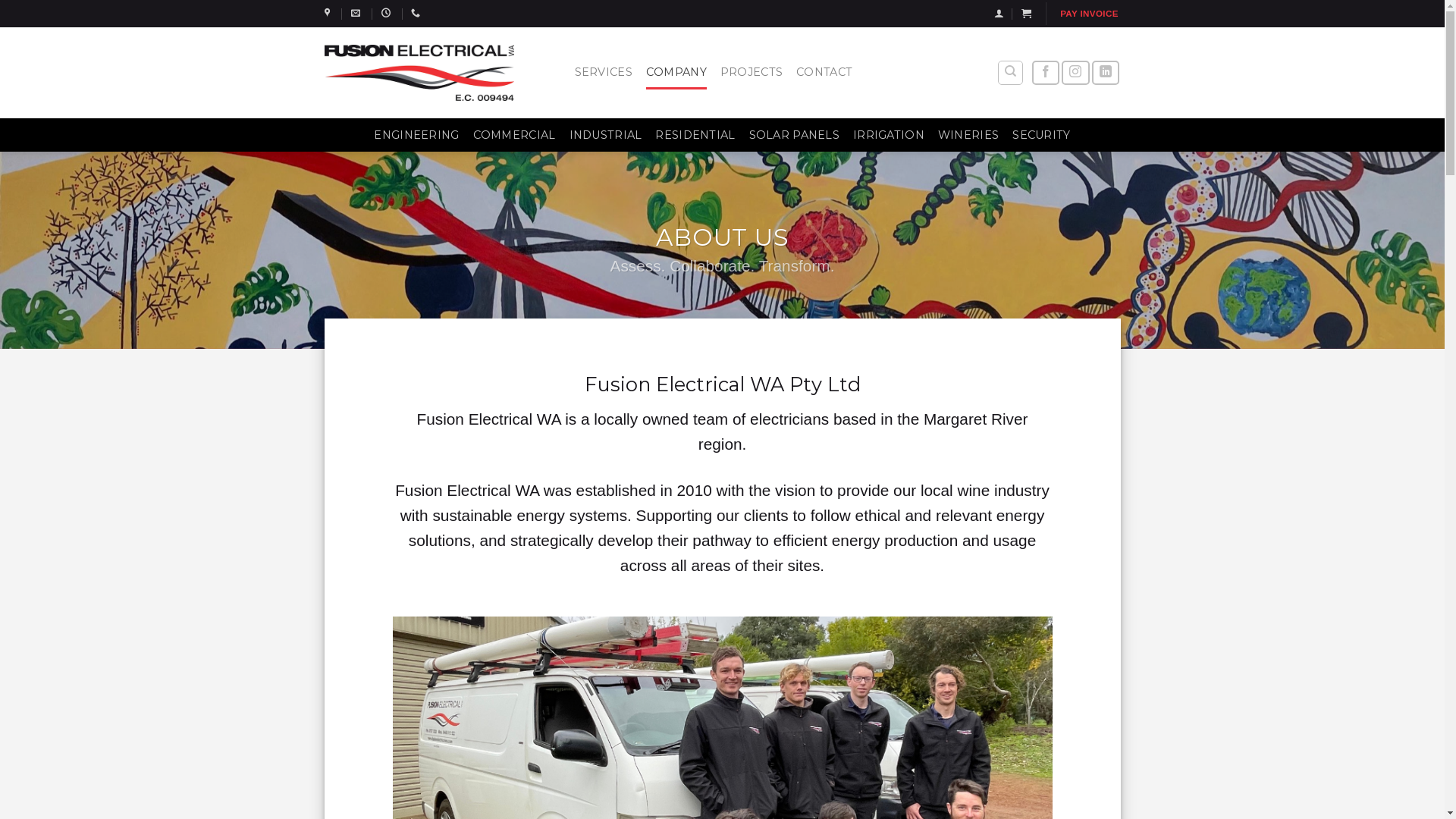 The width and height of the screenshot is (1456, 819). What do you see at coordinates (823, 72) in the screenshot?
I see `'CONTACT'` at bounding box center [823, 72].